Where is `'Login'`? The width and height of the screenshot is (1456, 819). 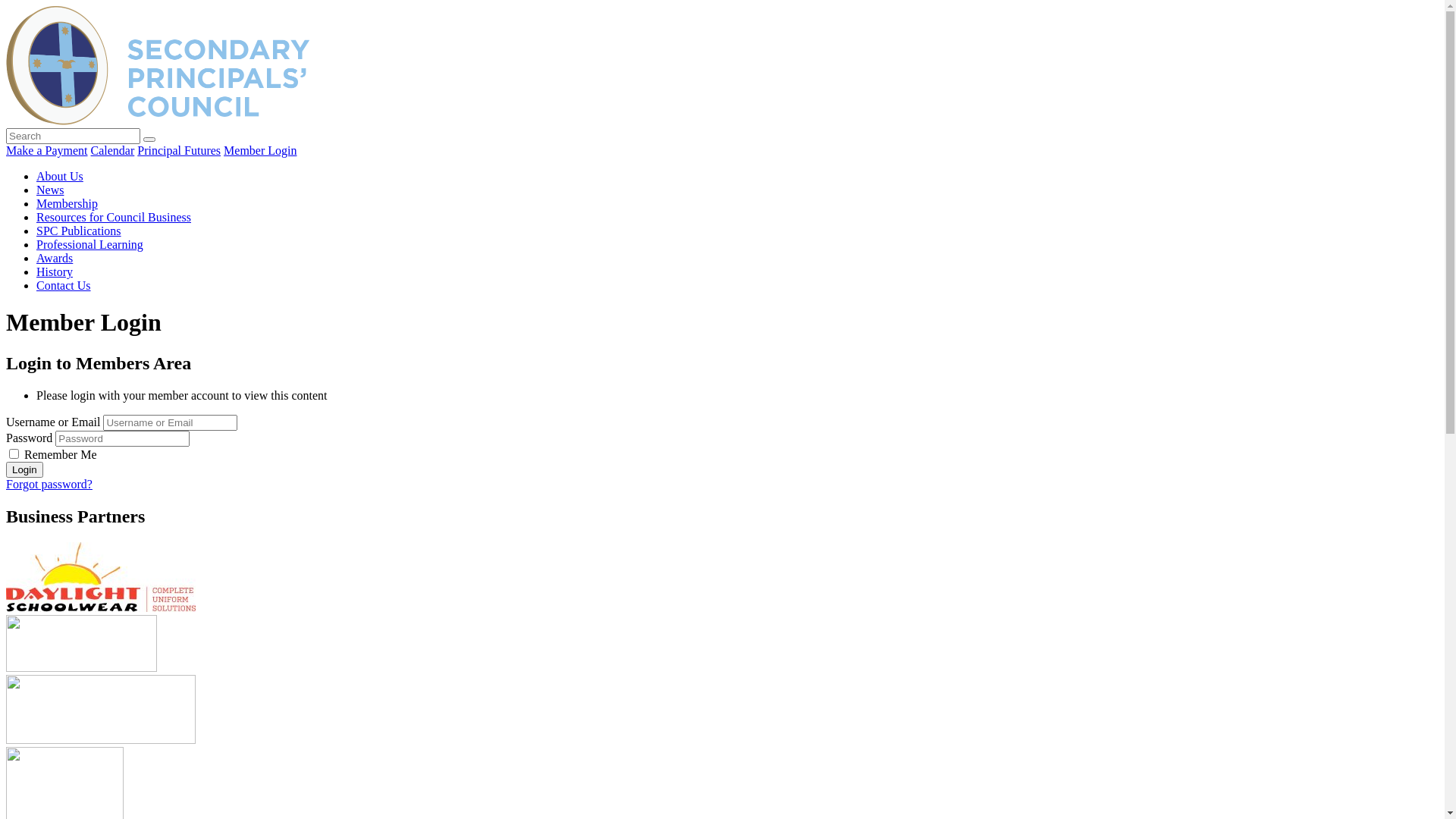
'Login' is located at coordinates (6, 469).